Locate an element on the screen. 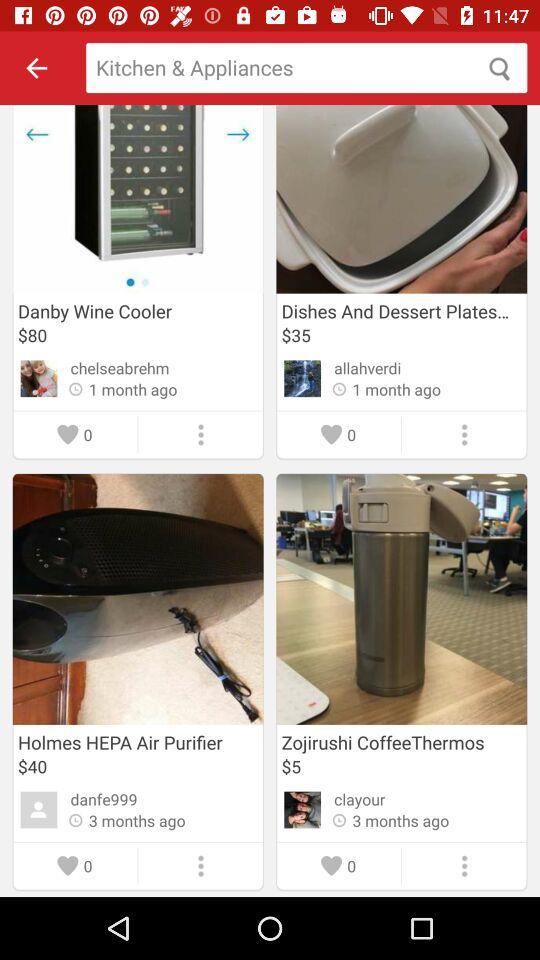 This screenshot has height=960, width=540. search for products is located at coordinates (306, 68).